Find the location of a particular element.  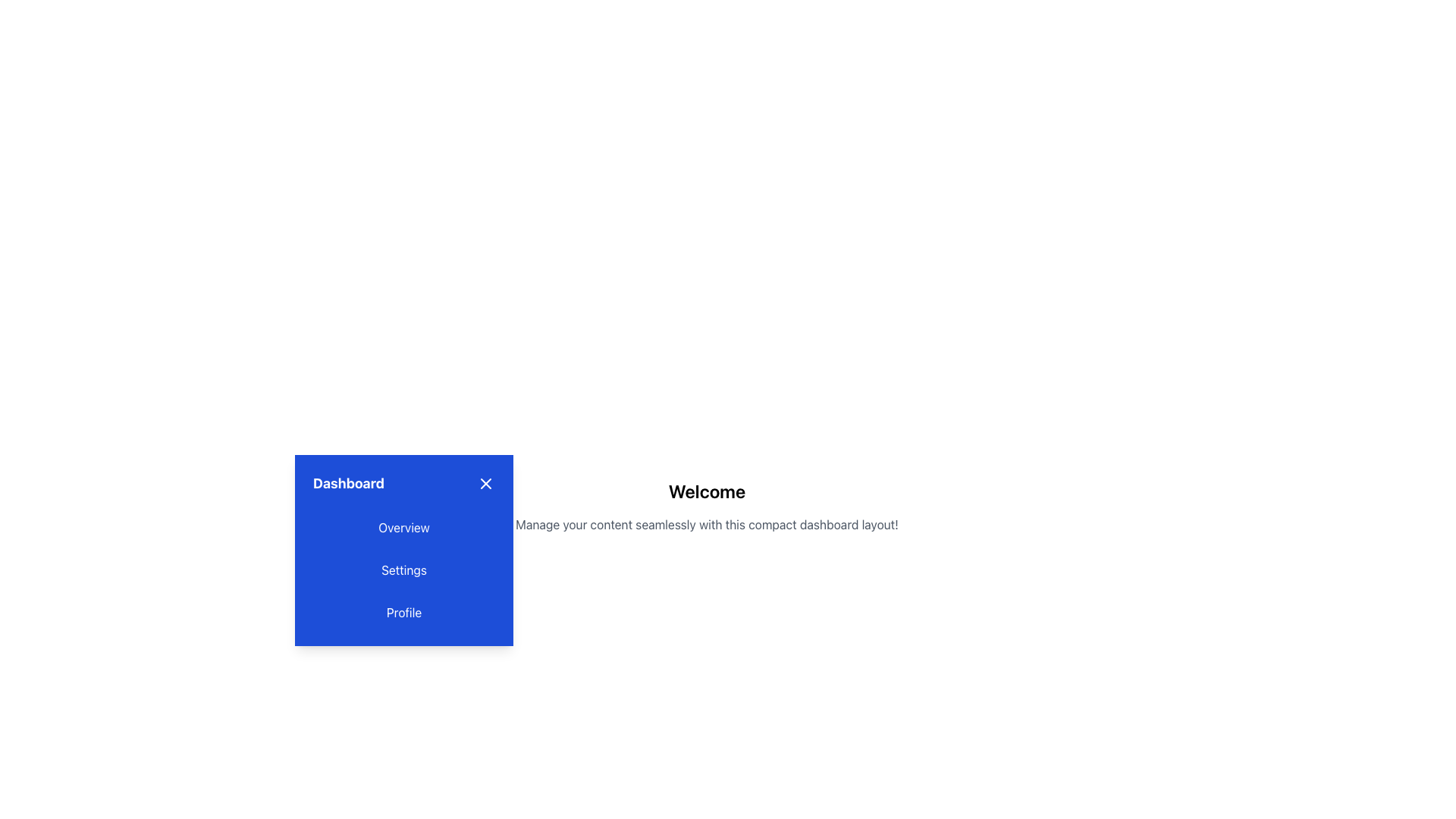

the descriptive Text label located to the right of the 'Overview' menu button and below the 'Welcome' title, which spans horizontally across the page is located at coordinates (706, 523).